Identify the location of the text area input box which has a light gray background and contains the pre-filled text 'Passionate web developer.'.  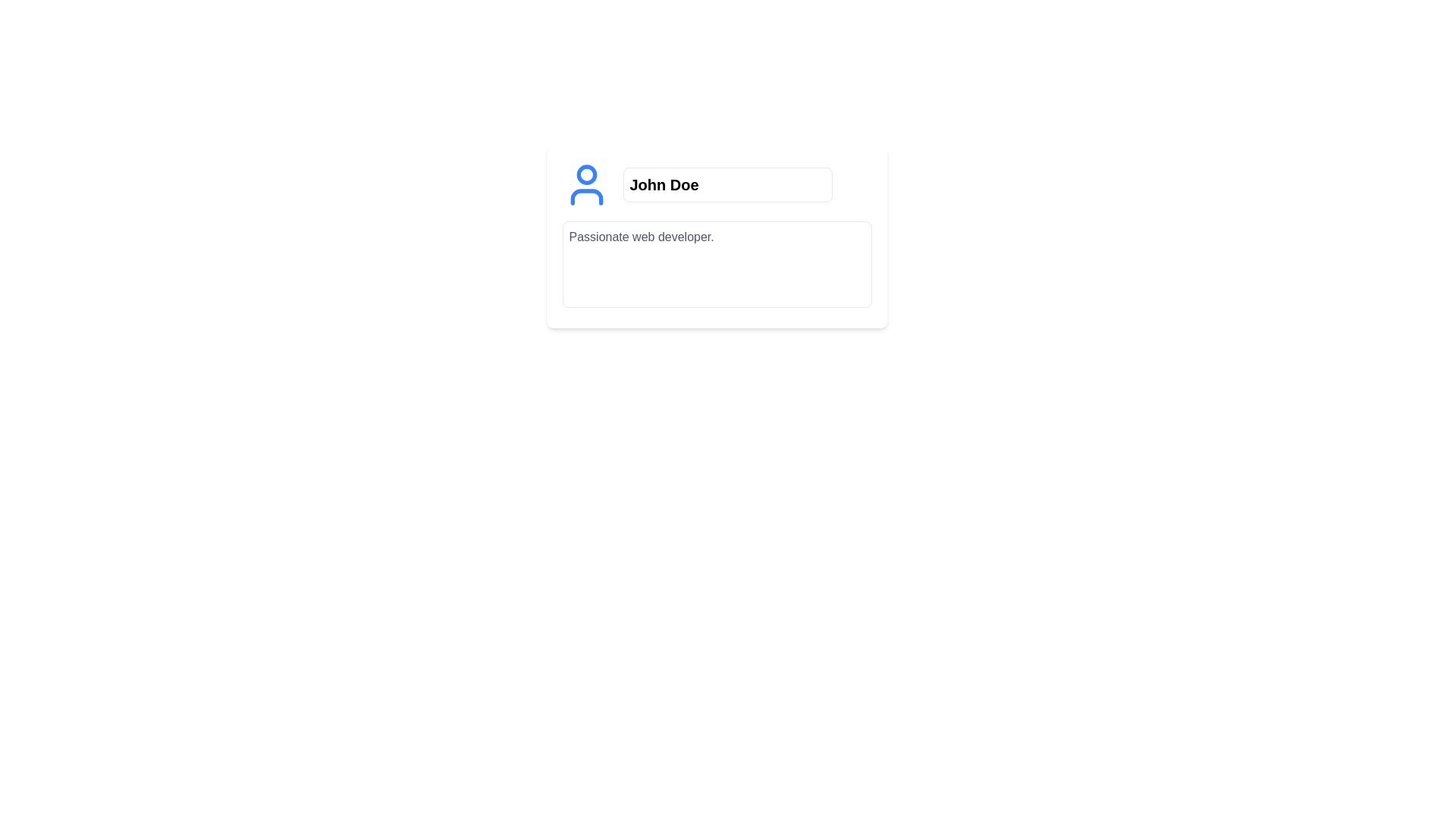
(716, 263).